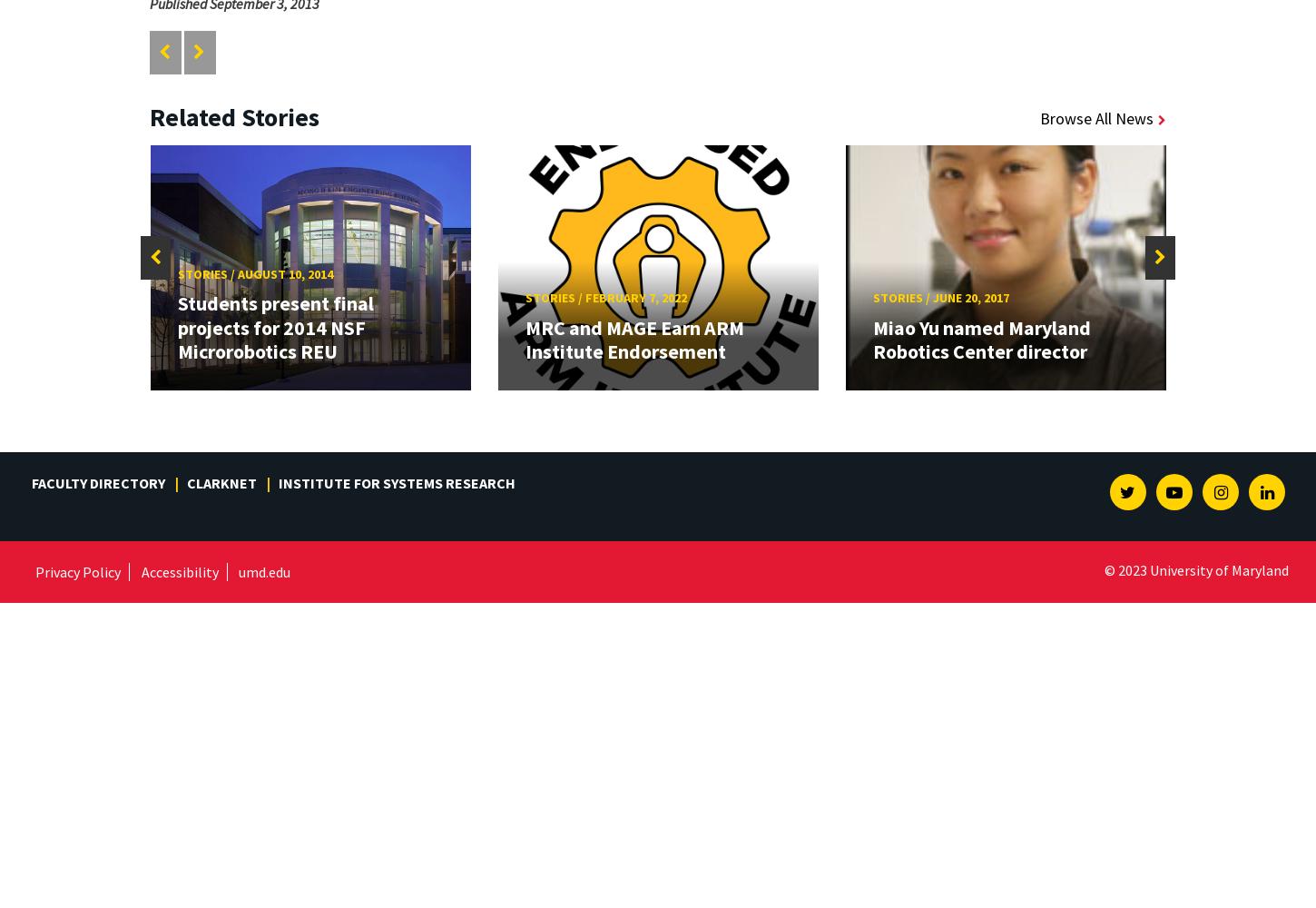 Image resolution: width=1316 pixels, height=908 pixels. What do you see at coordinates (98, 483) in the screenshot?
I see `'Faculty Directory'` at bounding box center [98, 483].